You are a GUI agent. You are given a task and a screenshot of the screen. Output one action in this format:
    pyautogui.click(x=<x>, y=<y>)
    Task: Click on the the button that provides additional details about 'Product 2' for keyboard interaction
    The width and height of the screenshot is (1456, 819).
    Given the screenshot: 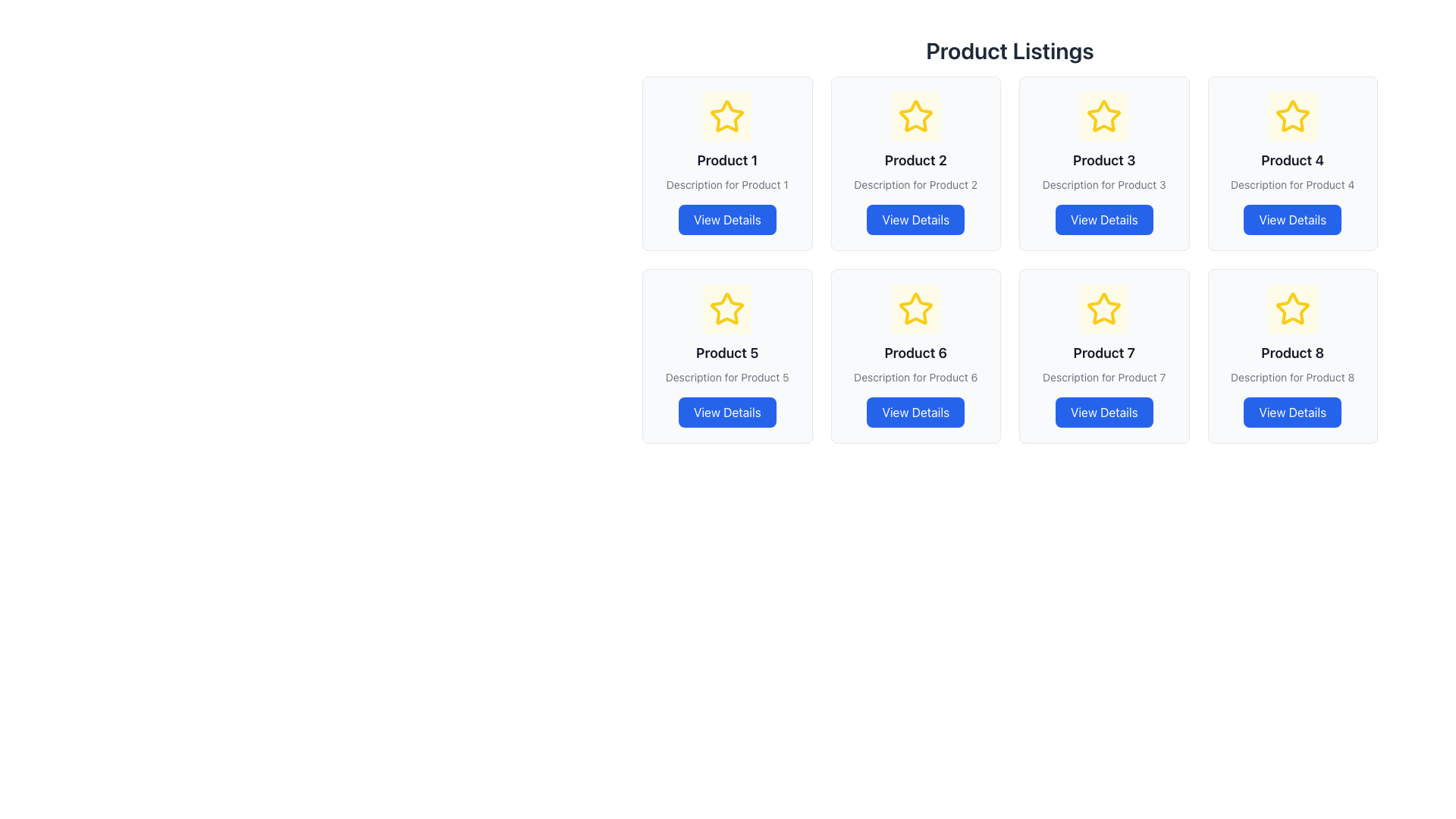 What is the action you would take?
    pyautogui.click(x=915, y=219)
    